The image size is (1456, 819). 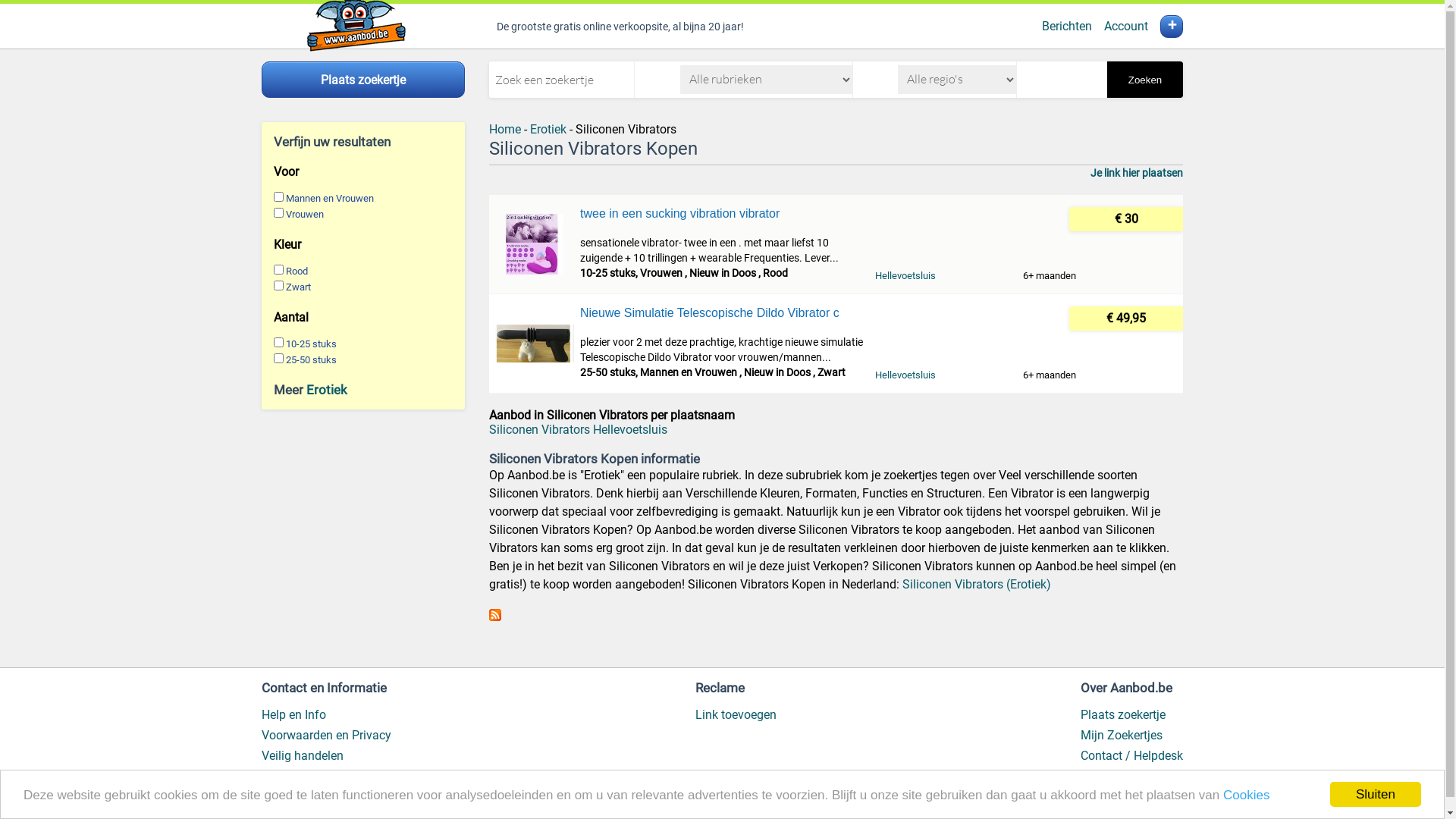 What do you see at coordinates (295, 776) in the screenshot?
I see `'Cookiebeleid'` at bounding box center [295, 776].